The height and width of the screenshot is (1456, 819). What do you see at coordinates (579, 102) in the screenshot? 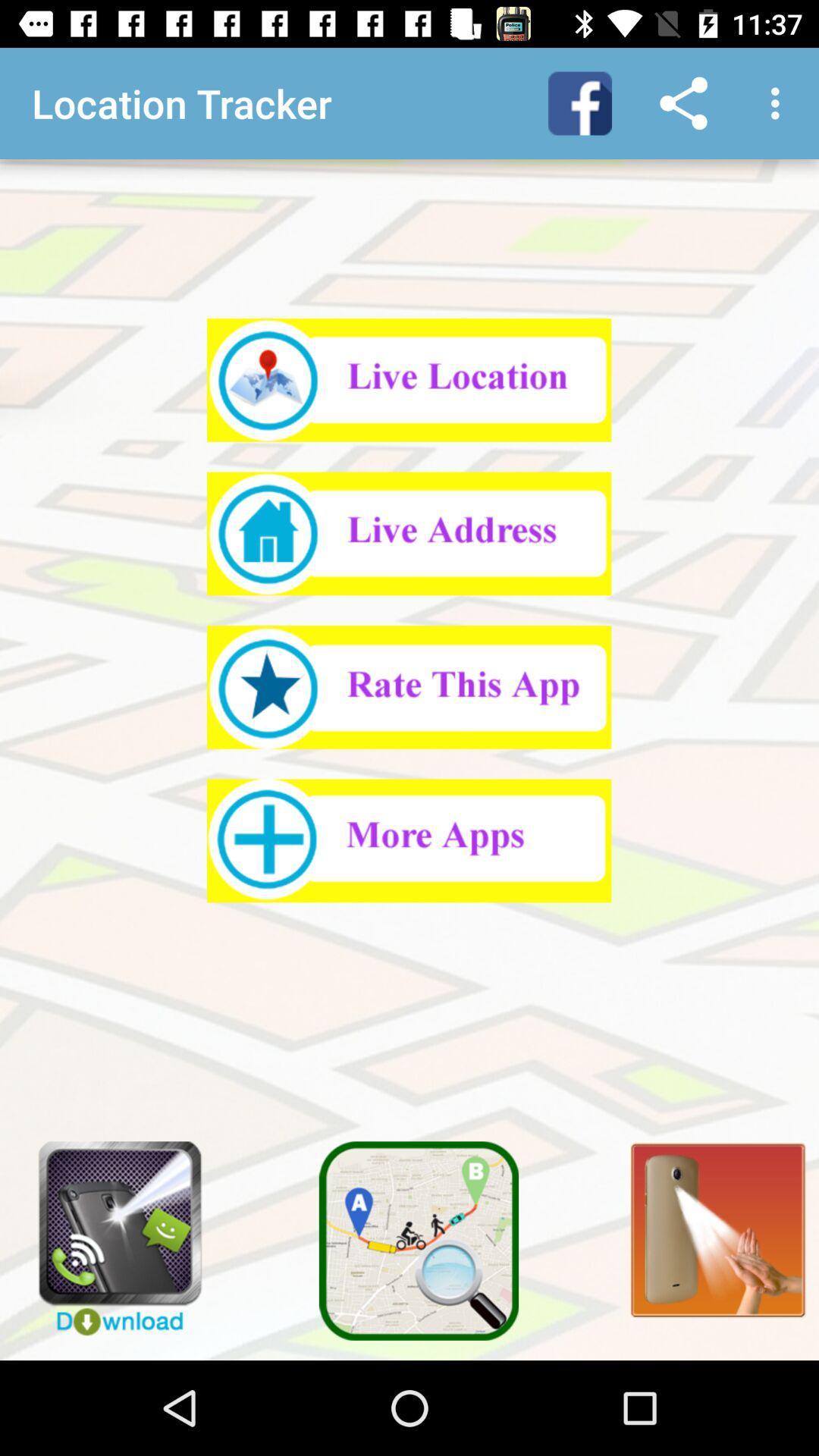
I see `share on facebook` at bounding box center [579, 102].